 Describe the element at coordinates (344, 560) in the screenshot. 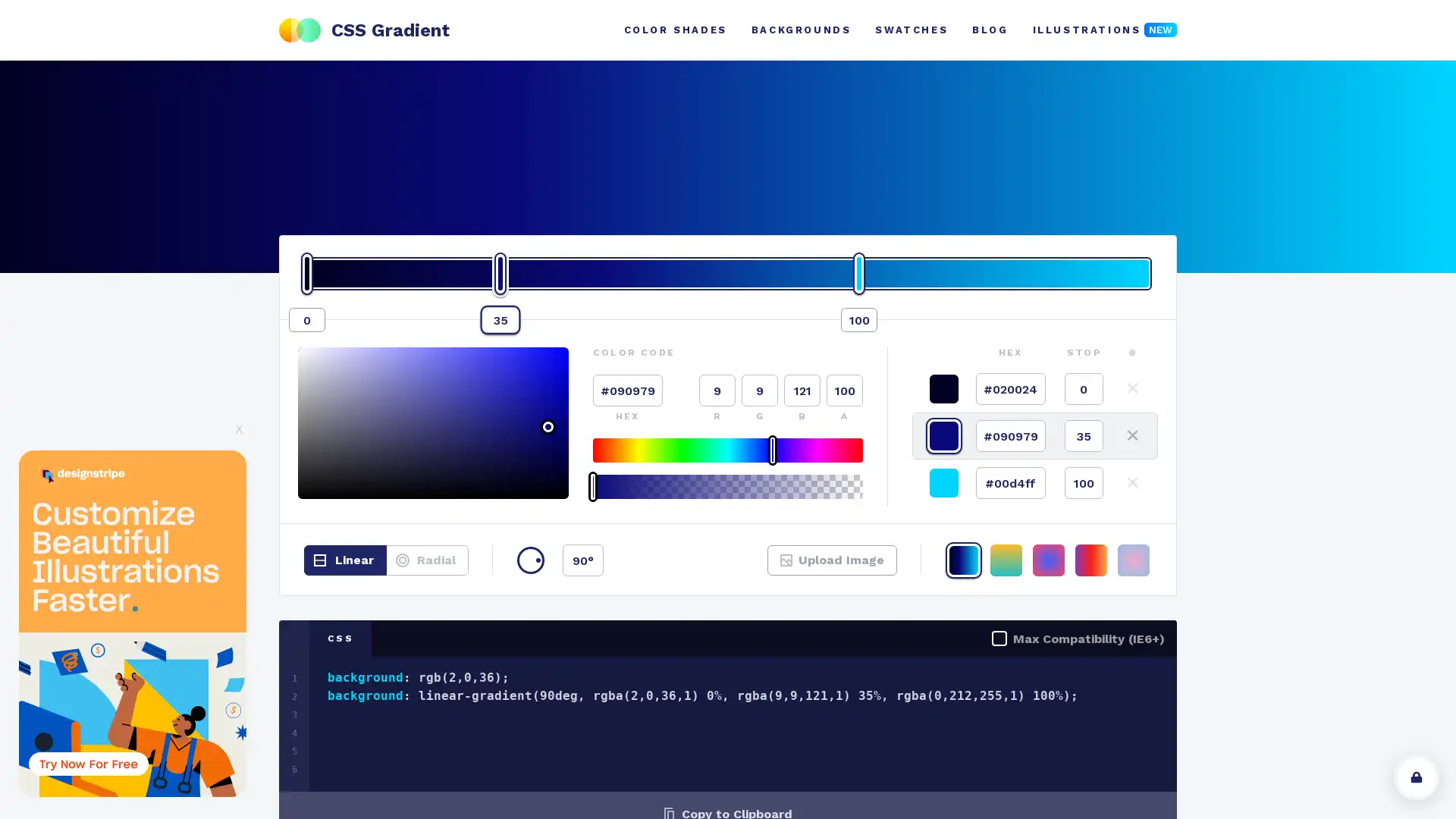

I see `Linear` at that location.